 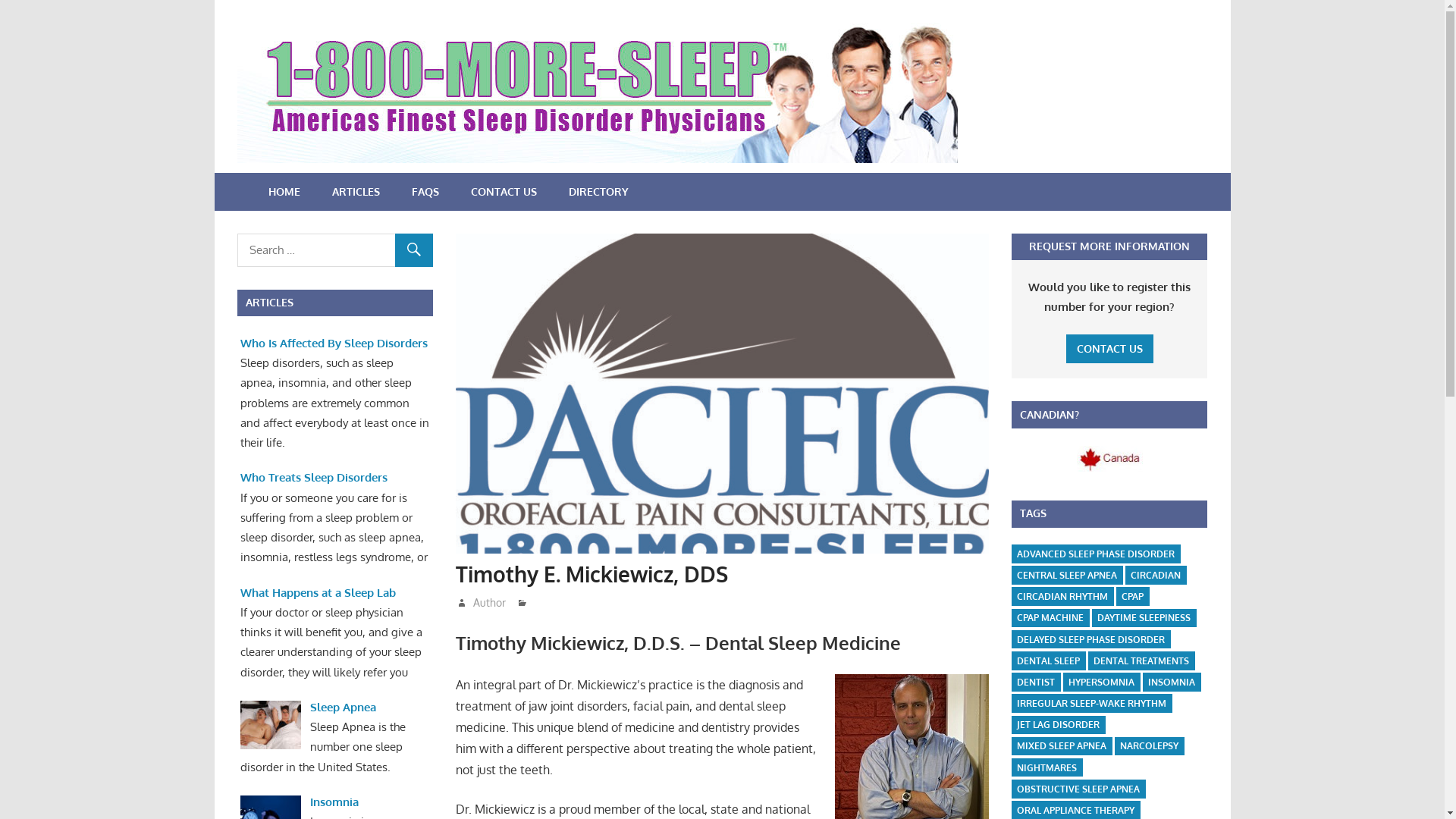 What do you see at coordinates (239, 476) in the screenshot?
I see `'Who Treats Sleep Disorders'` at bounding box center [239, 476].